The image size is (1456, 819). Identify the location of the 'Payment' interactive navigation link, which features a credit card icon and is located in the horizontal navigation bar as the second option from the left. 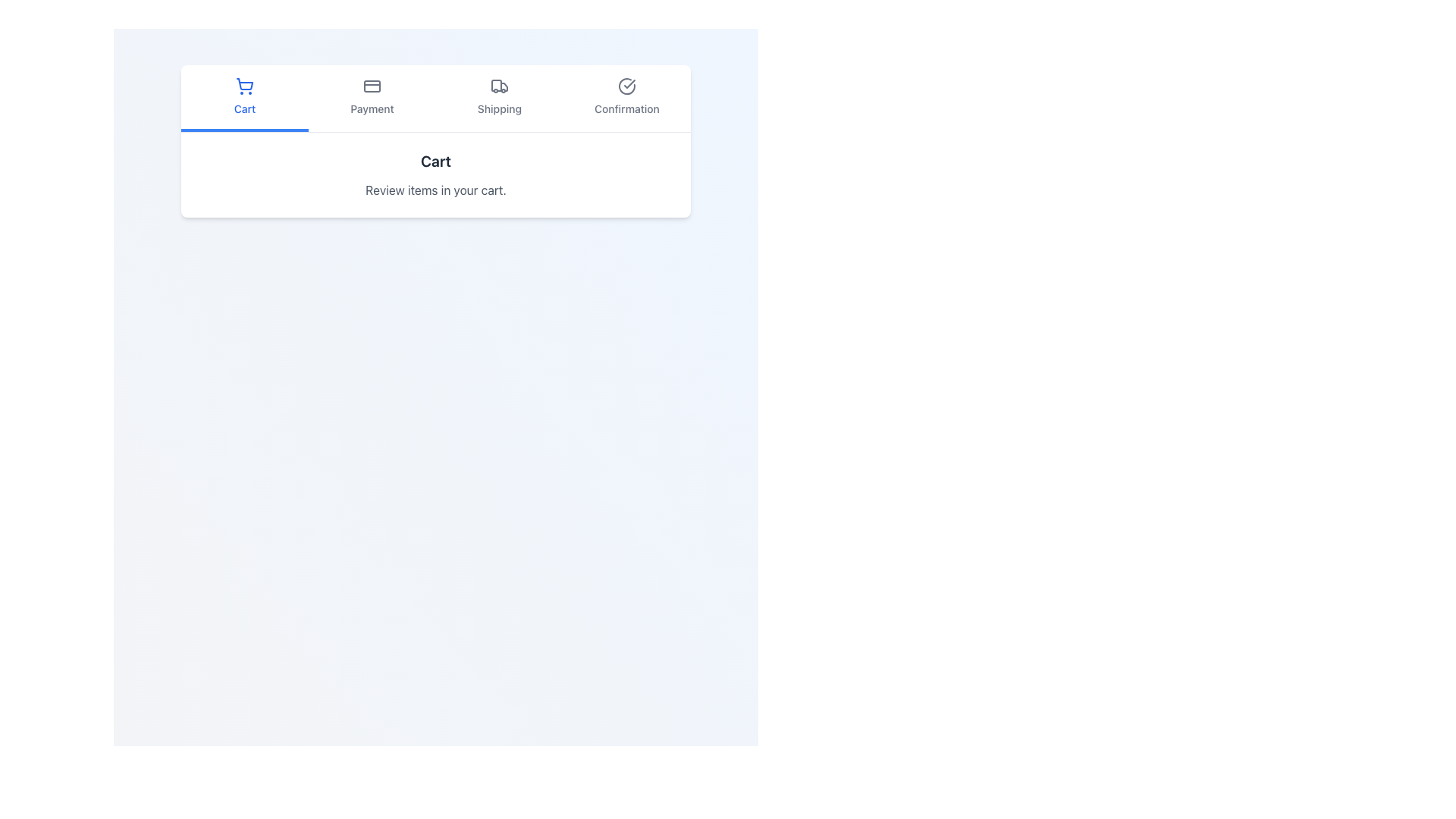
(372, 96).